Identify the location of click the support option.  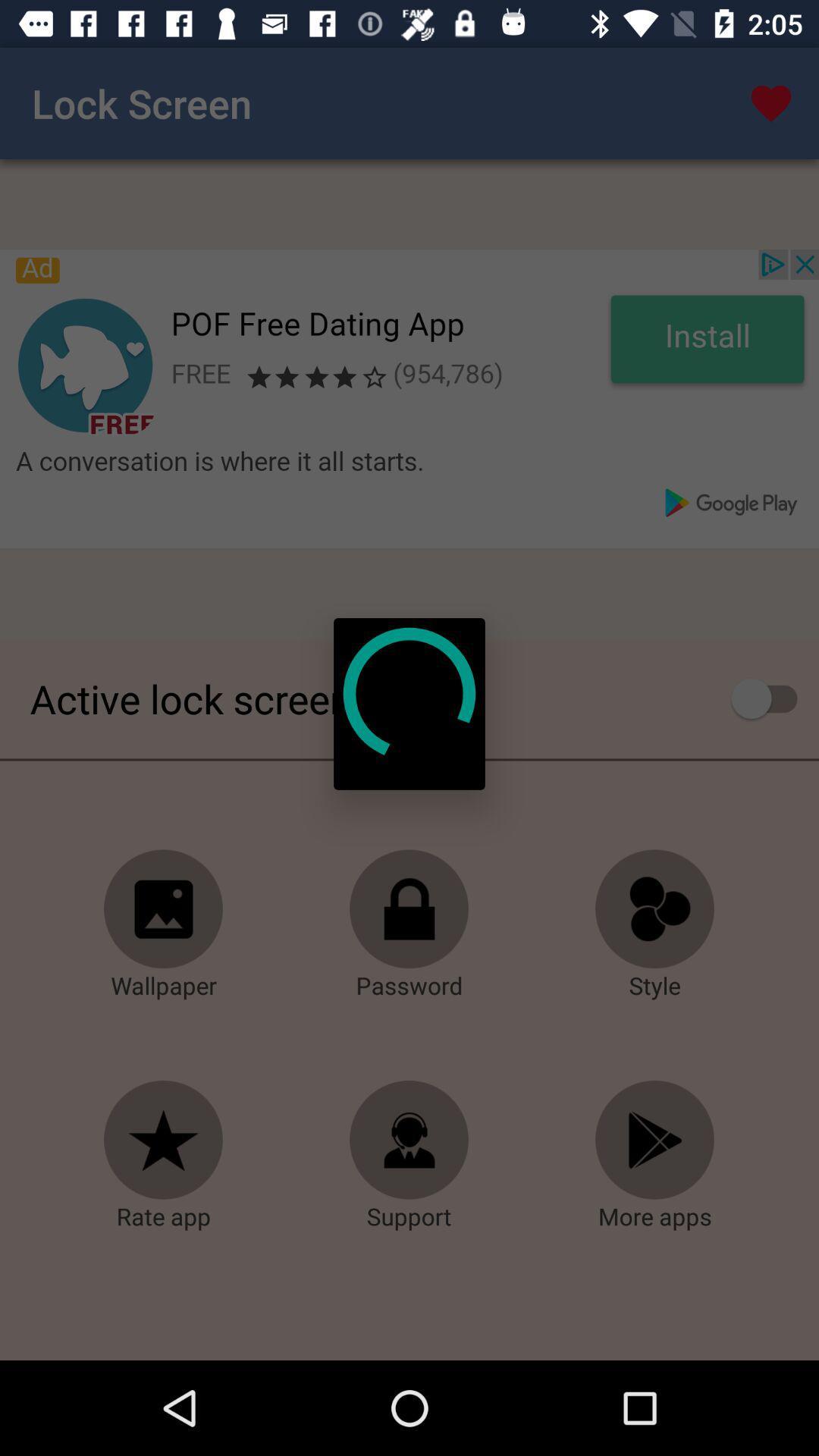
(409, 1140).